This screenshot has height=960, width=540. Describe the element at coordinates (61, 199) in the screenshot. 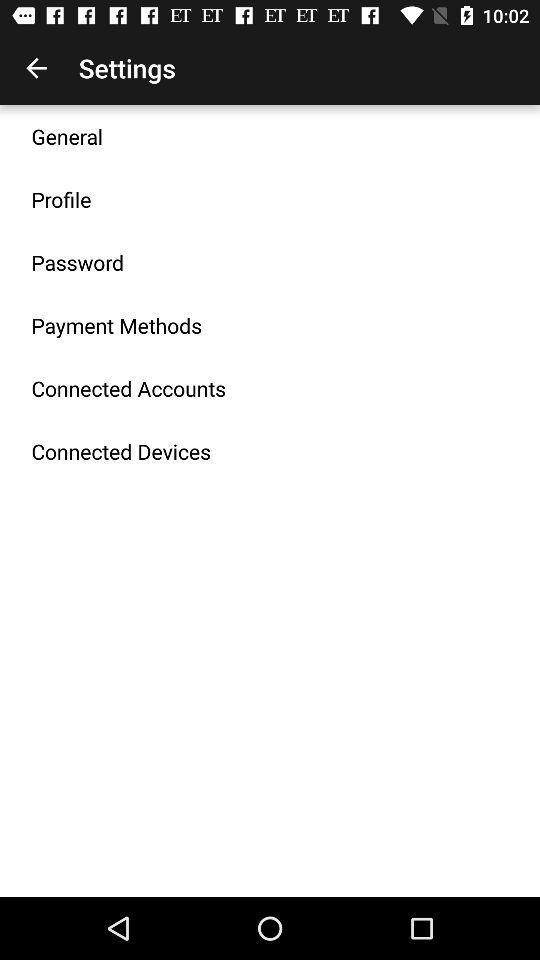

I see `profile` at that location.